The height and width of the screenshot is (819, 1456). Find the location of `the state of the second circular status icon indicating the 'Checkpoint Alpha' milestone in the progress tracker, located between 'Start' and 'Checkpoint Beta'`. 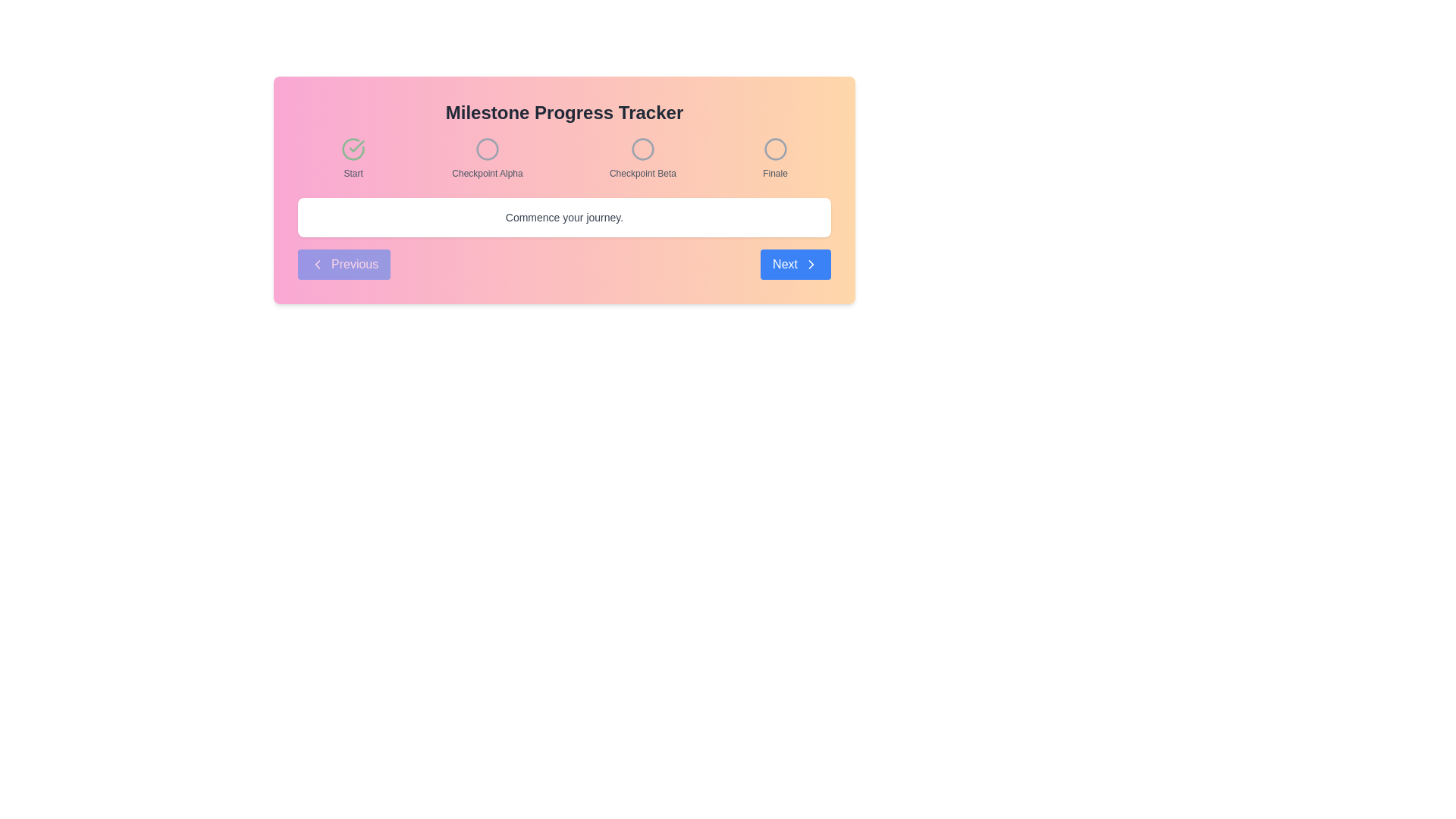

the state of the second circular status icon indicating the 'Checkpoint Alpha' milestone in the progress tracker, located between 'Start' and 'Checkpoint Beta' is located at coordinates (488, 149).